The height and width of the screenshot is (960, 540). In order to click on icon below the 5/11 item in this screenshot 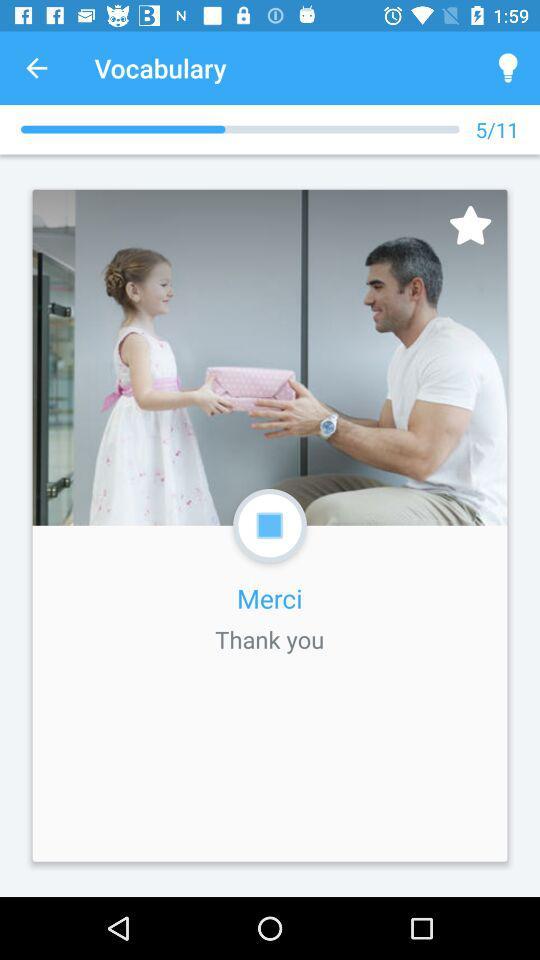, I will do `click(470, 225)`.